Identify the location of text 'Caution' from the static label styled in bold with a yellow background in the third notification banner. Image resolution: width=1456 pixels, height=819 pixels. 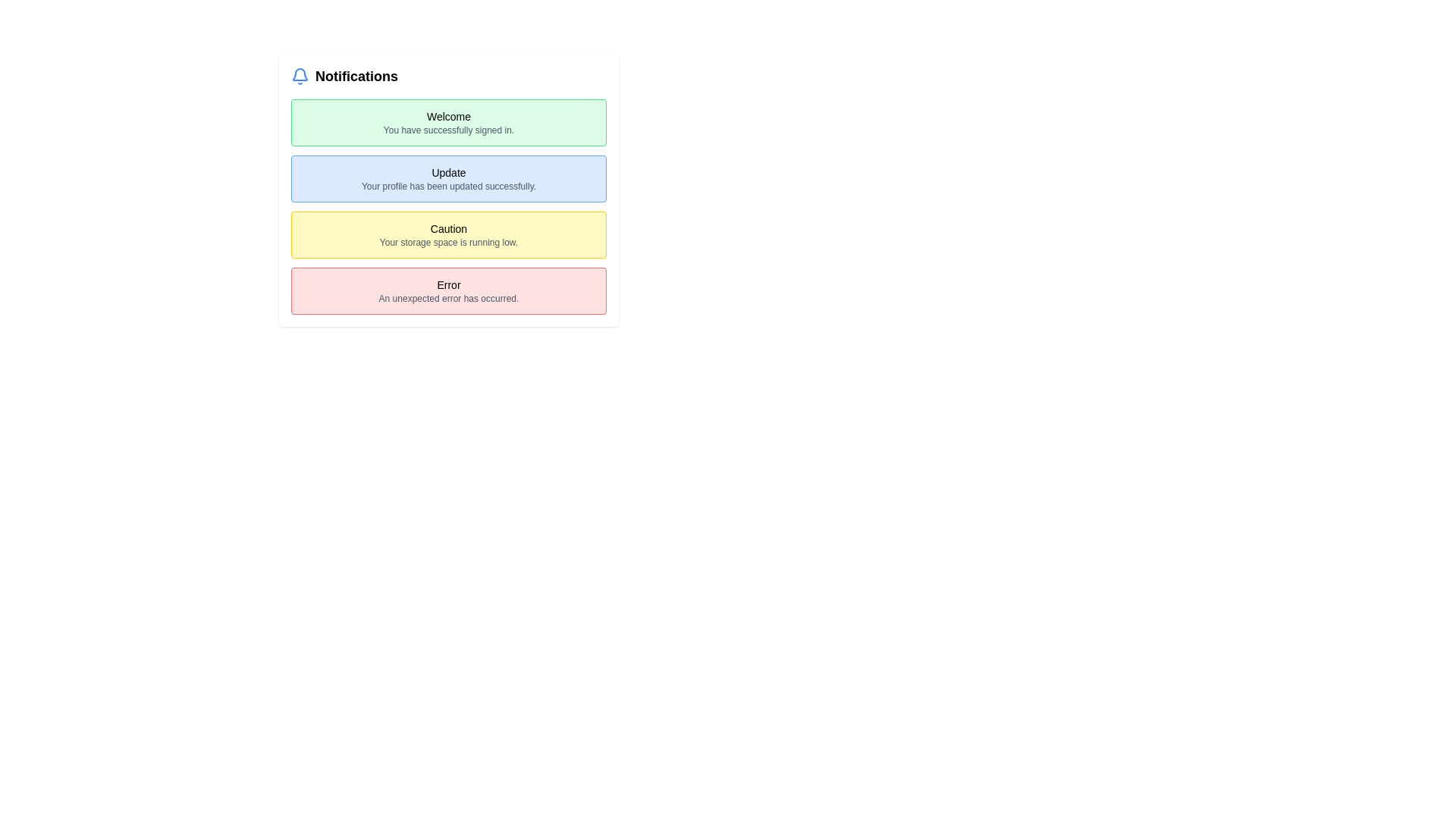
(447, 228).